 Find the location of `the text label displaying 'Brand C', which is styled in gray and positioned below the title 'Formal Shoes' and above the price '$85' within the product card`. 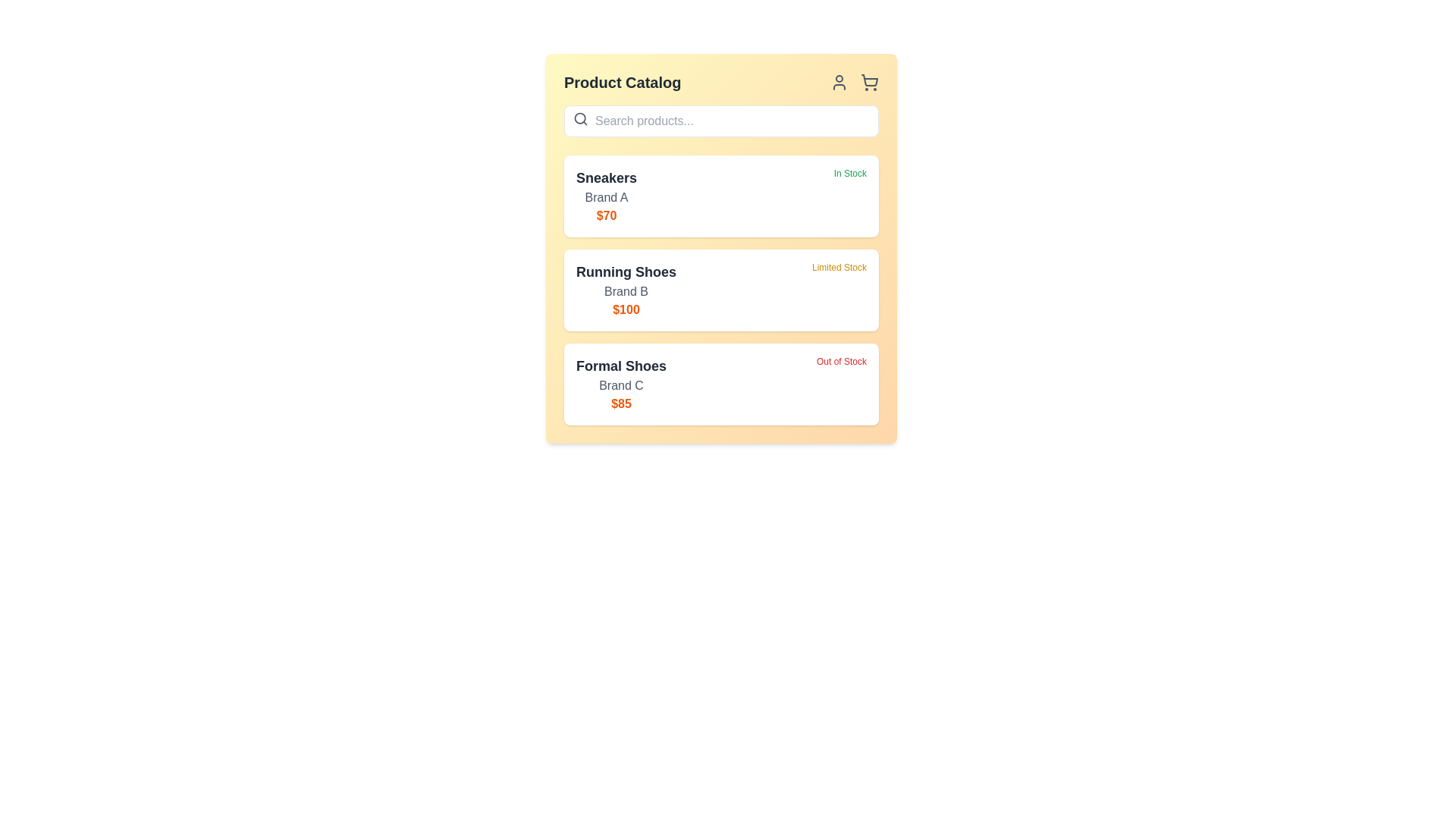

the text label displaying 'Brand C', which is styled in gray and positioned below the title 'Formal Shoes' and above the price '$85' within the product card is located at coordinates (621, 385).